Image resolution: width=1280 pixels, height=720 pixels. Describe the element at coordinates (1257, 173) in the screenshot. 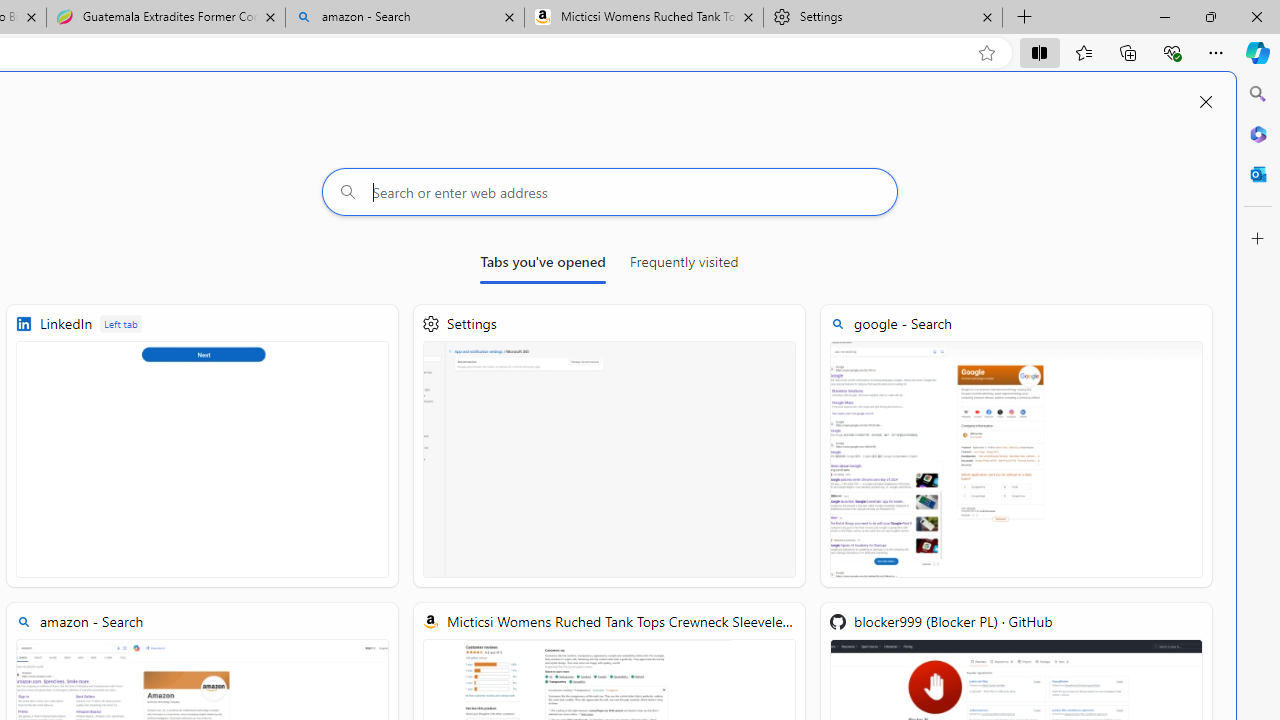

I see `'Outlook'` at that location.